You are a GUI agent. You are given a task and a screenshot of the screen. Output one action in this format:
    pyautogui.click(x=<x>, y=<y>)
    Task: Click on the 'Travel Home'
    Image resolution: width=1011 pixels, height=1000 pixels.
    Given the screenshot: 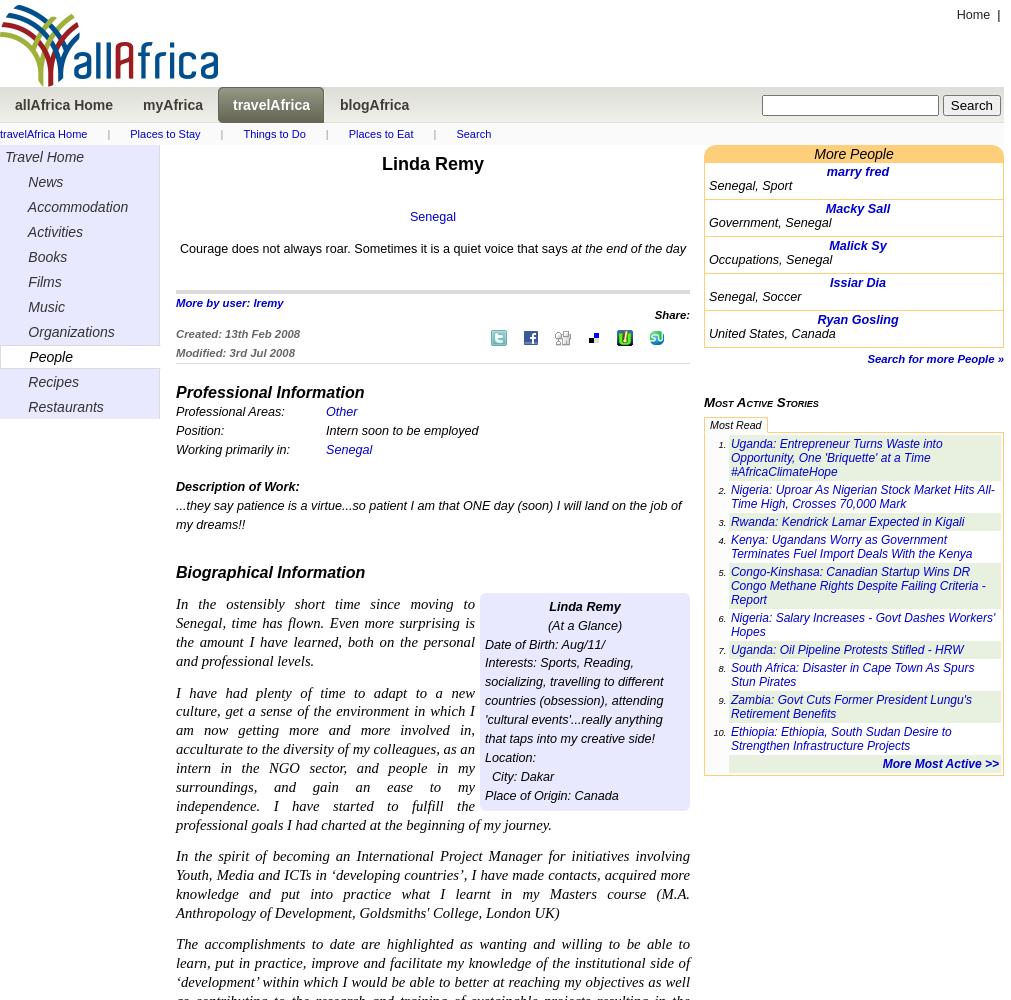 What is the action you would take?
    pyautogui.click(x=43, y=157)
    